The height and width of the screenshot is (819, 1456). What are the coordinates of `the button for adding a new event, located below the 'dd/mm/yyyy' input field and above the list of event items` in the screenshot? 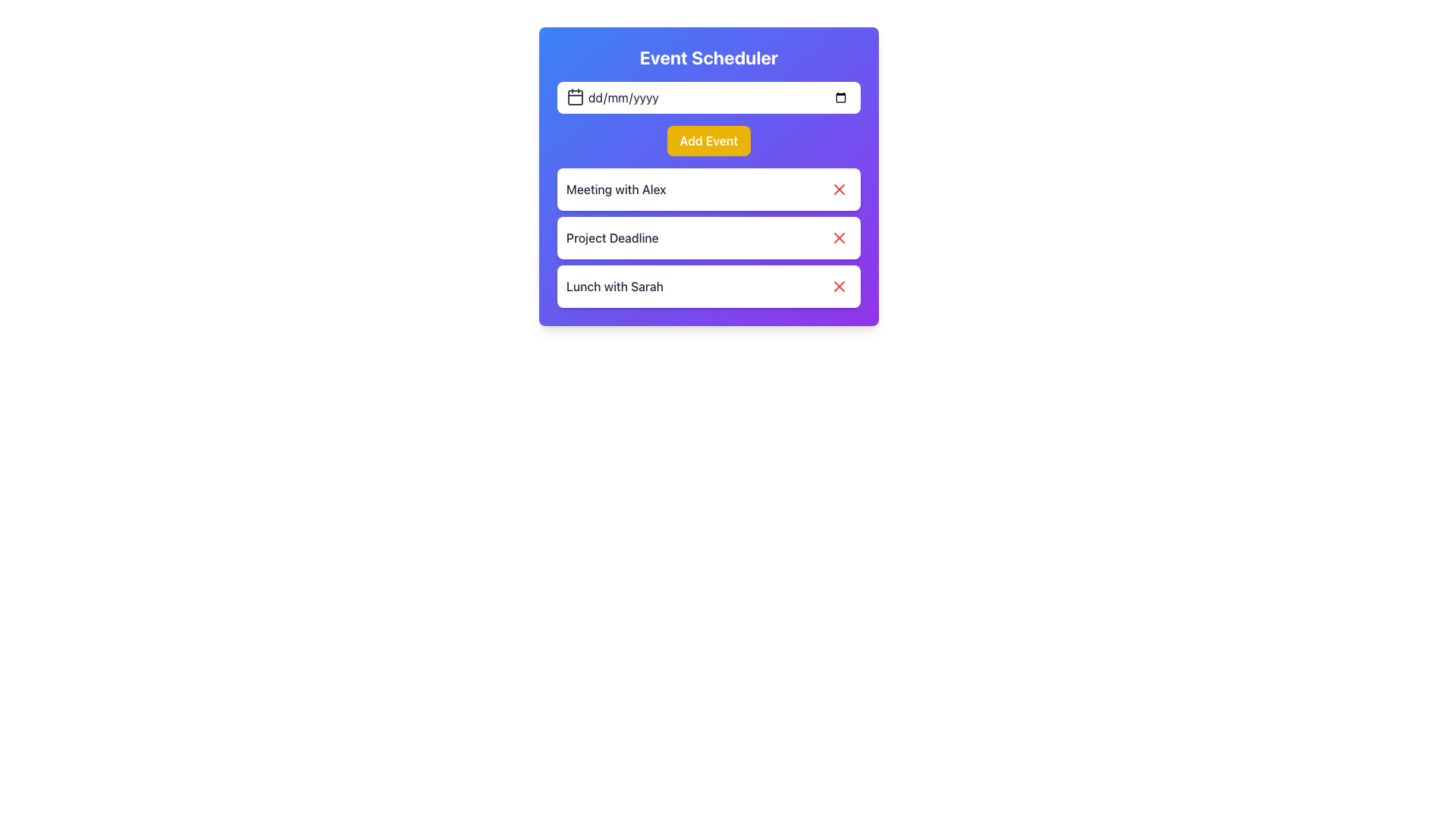 It's located at (708, 140).